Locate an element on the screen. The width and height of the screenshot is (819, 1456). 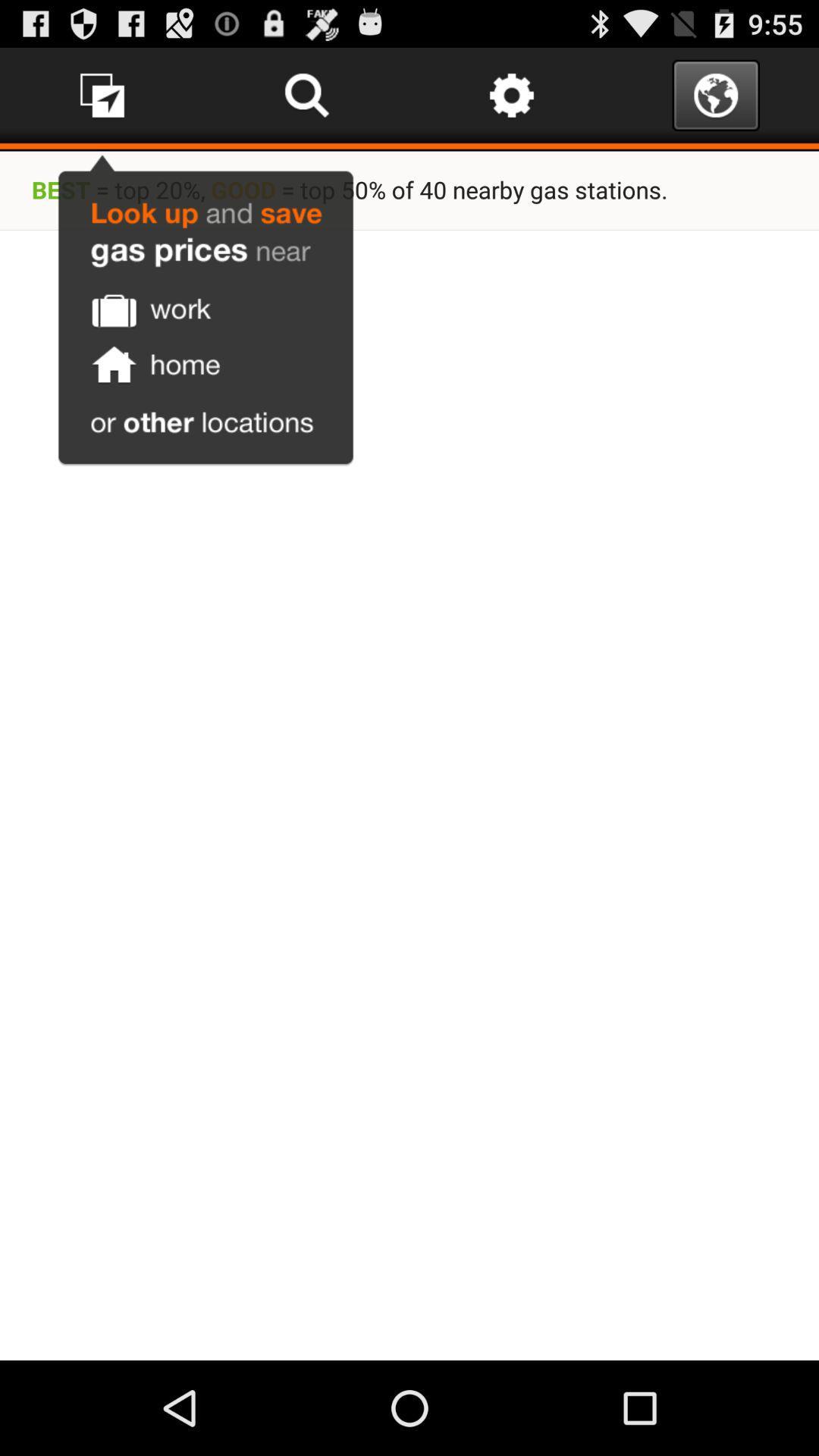
the settings icon is located at coordinates (511, 101).